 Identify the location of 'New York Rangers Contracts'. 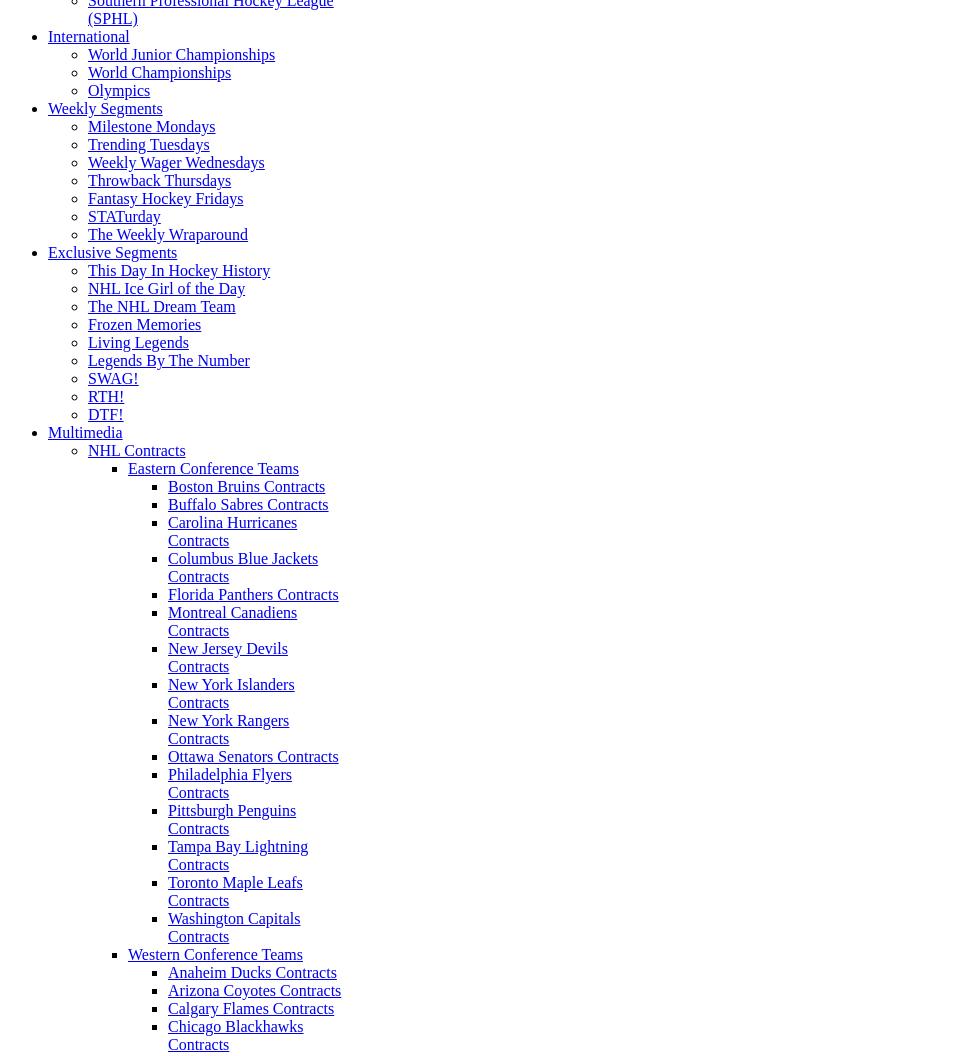
(228, 728).